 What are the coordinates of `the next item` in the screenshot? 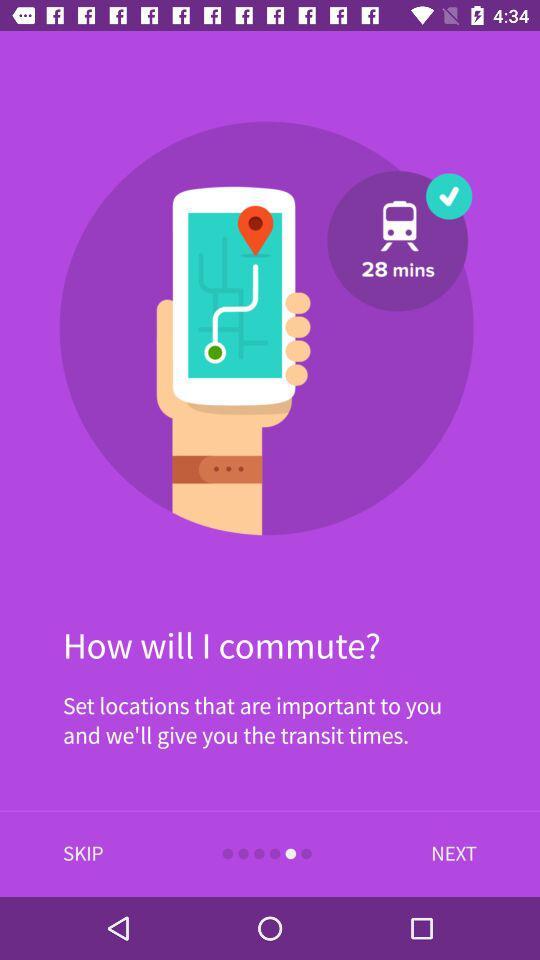 It's located at (449, 853).